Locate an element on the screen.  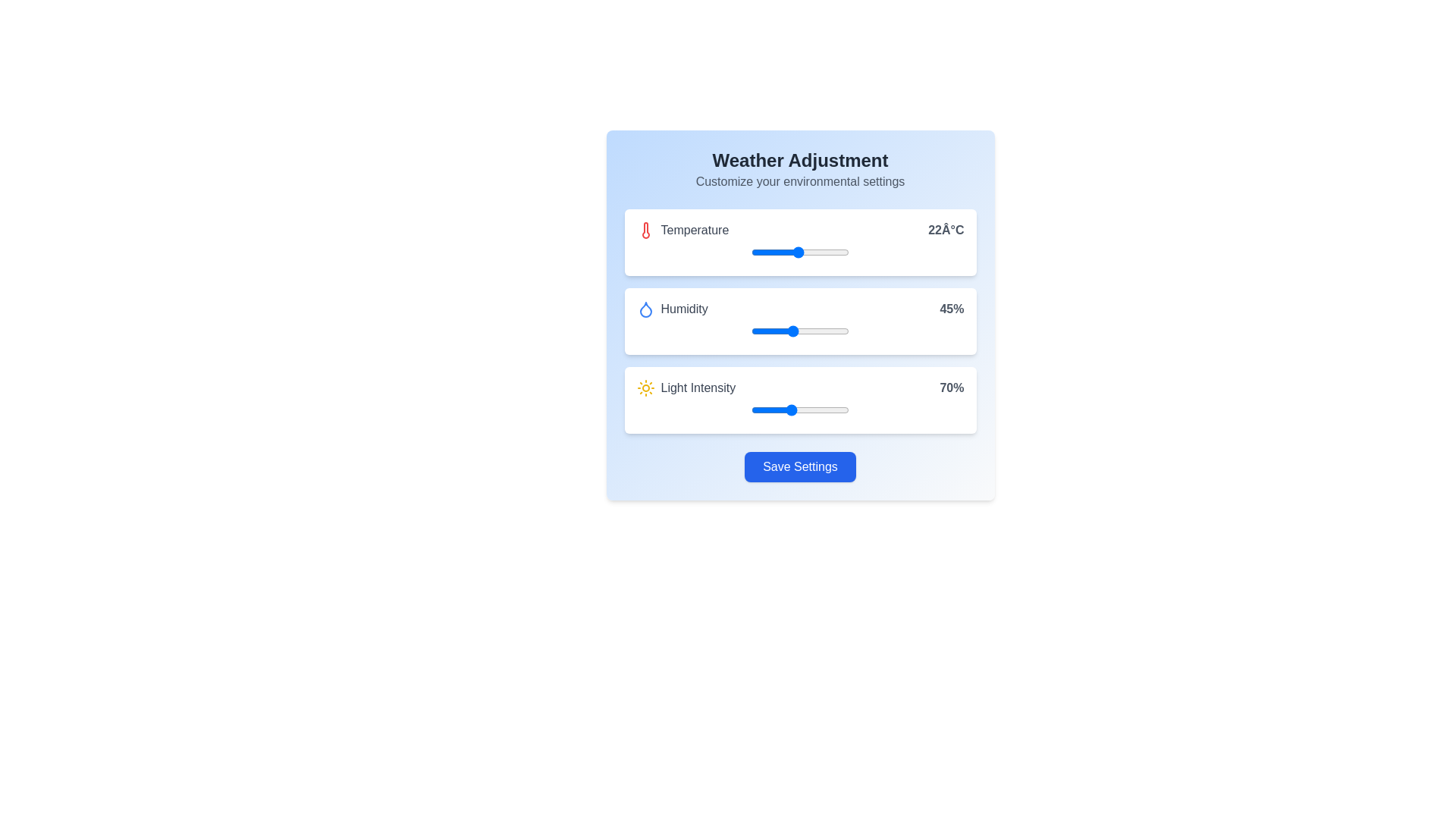
the humidity is located at coordinates (774, 330).